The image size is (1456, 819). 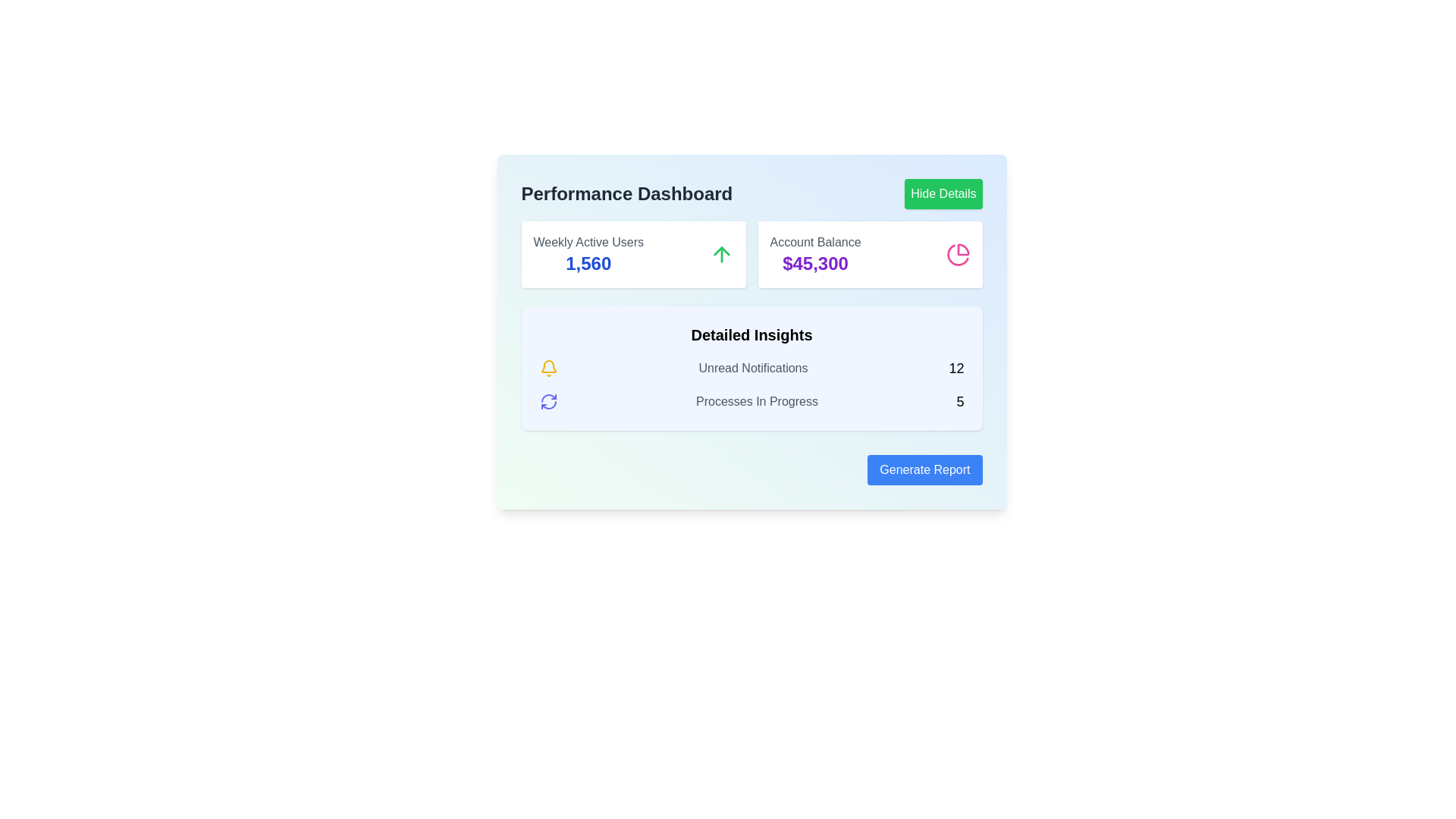 I want to click on the 'Unread Notifications' label, which is positioned between a notification bell icon and a numeric counter showing '12', so click(x=753, y=369).